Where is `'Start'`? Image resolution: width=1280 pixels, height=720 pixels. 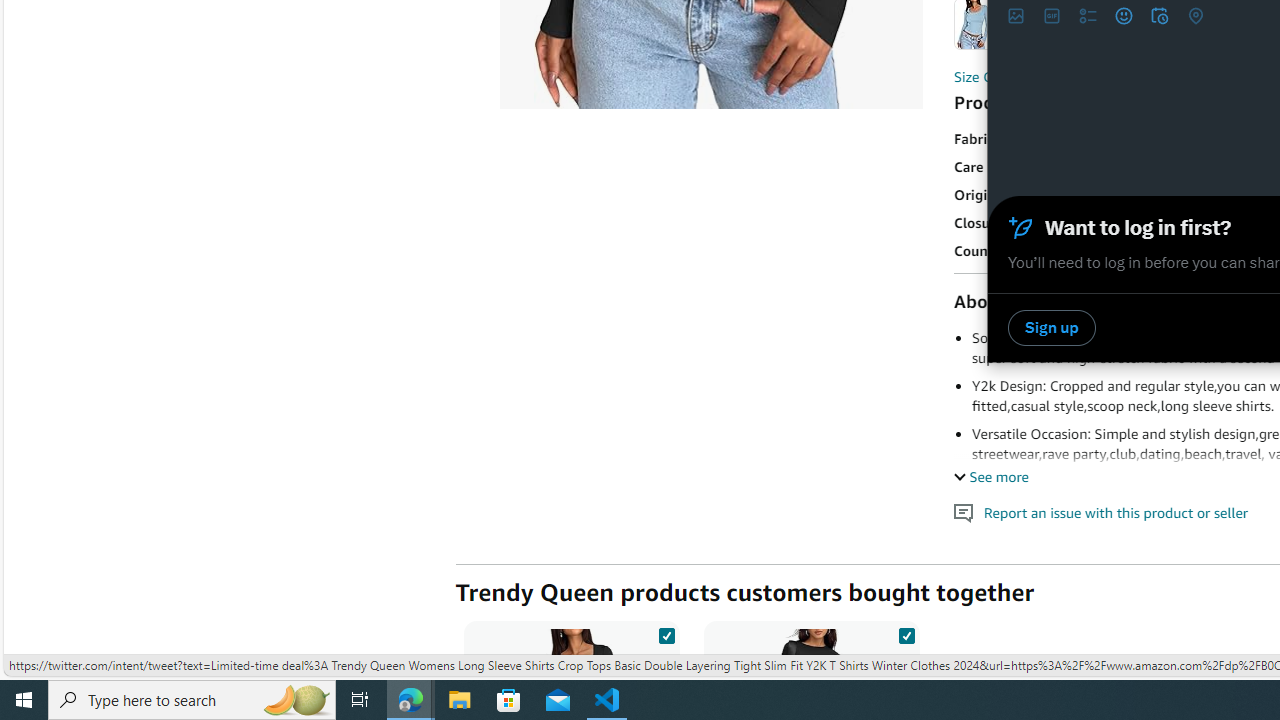 'Start' is located at coordinates (24, 698).